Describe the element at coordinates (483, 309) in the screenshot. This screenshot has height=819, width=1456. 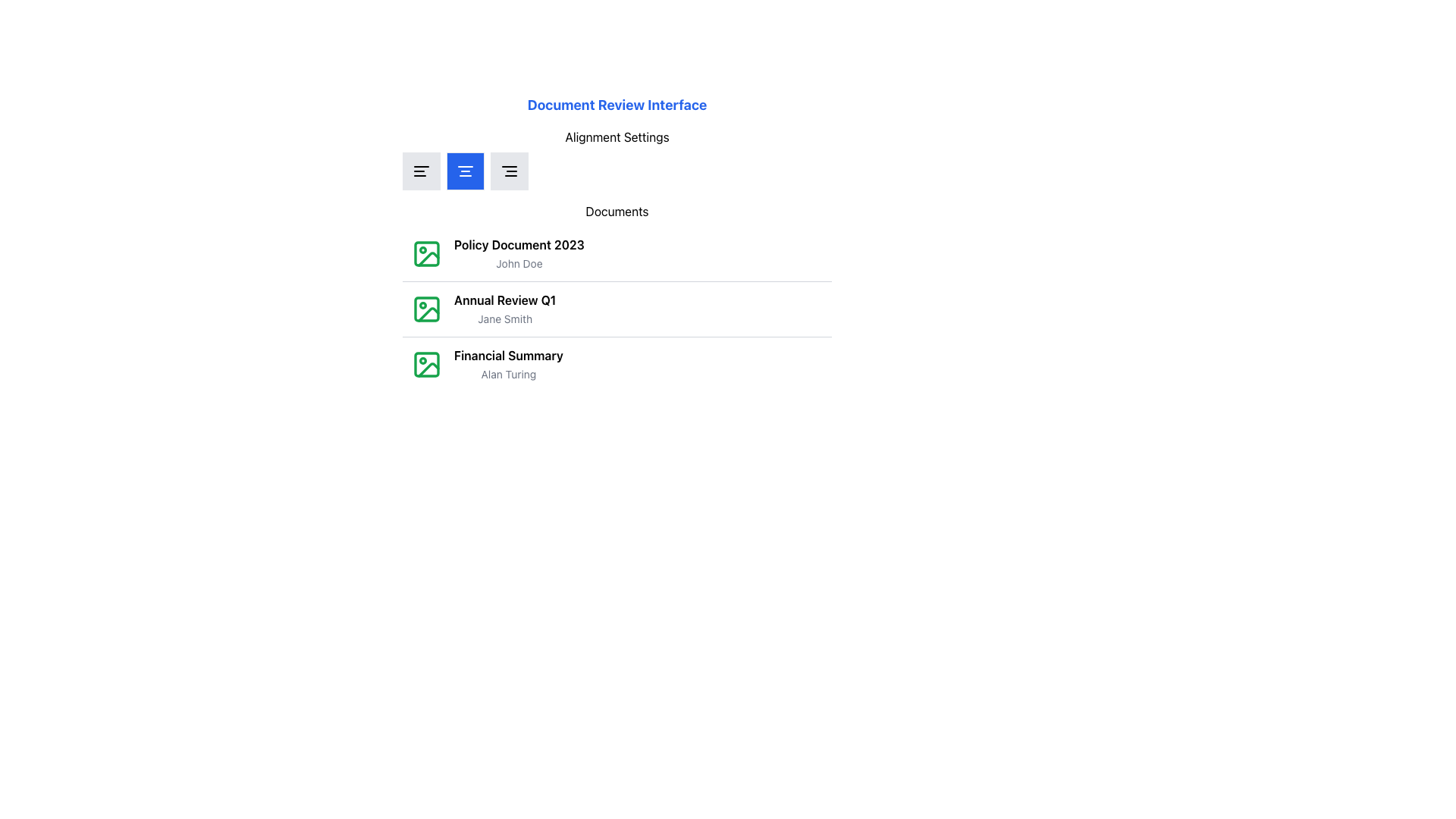
I see `the second entry in the 'Documents' section, which displays information about 'Annual Review Q1'` at that location.